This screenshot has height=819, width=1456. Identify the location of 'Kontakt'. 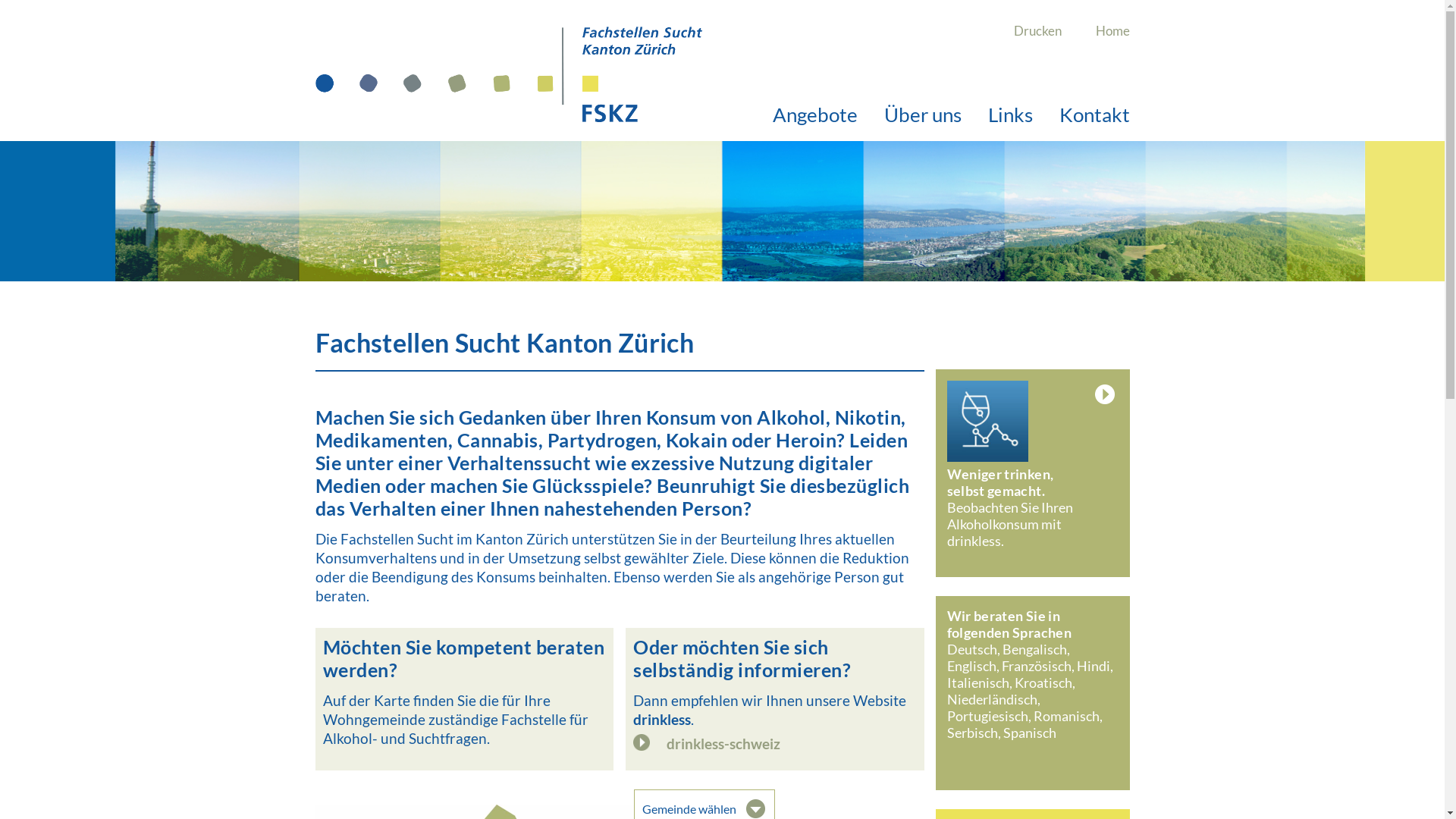
(1058, 113).